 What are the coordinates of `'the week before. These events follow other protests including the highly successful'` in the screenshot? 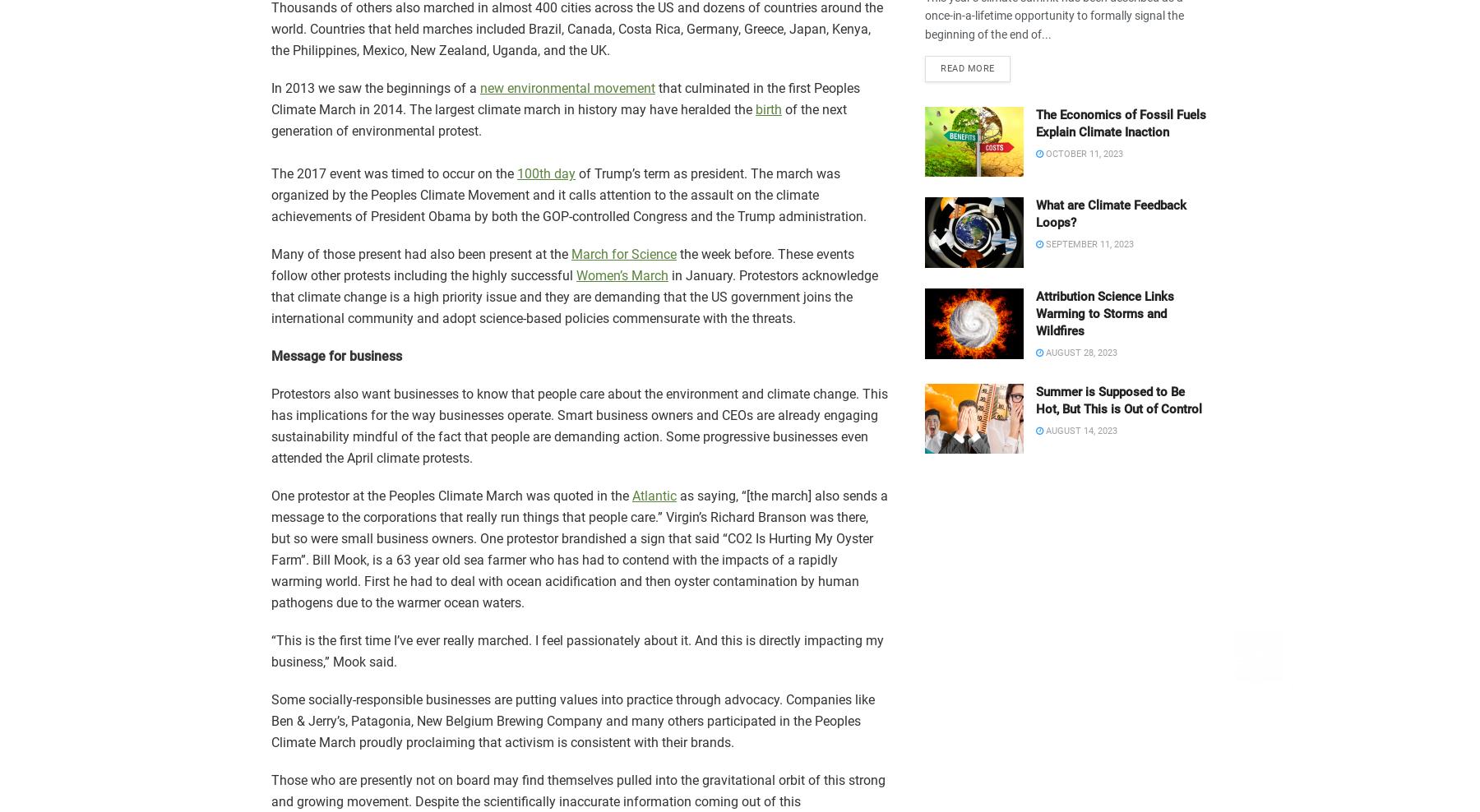 It's located at (562, 265).